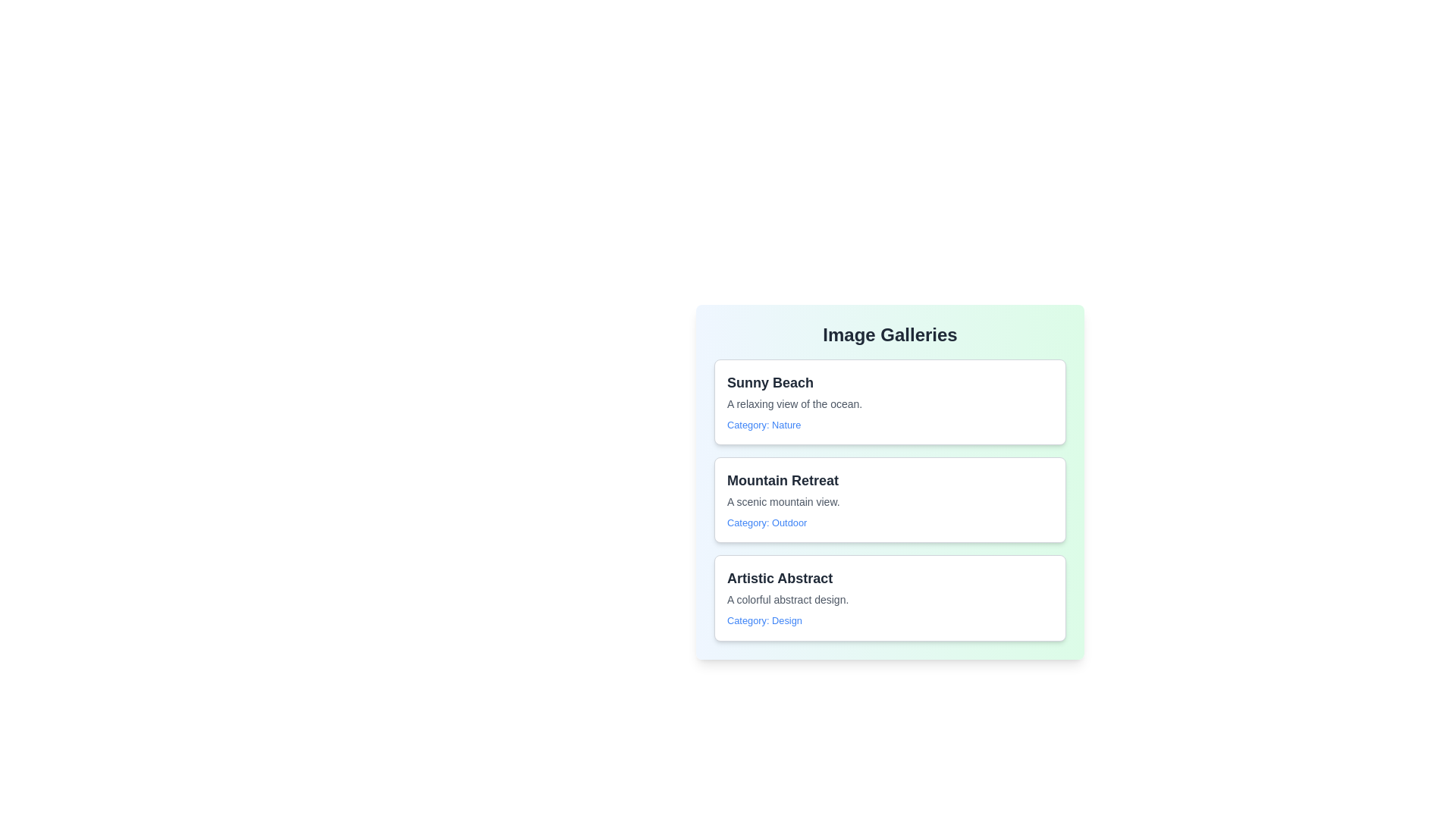 The image size is (1456, 819). Describe the element at coordinates (890, 598) in the screenshot. I see `the item with title Artistic Abstract` at that location.